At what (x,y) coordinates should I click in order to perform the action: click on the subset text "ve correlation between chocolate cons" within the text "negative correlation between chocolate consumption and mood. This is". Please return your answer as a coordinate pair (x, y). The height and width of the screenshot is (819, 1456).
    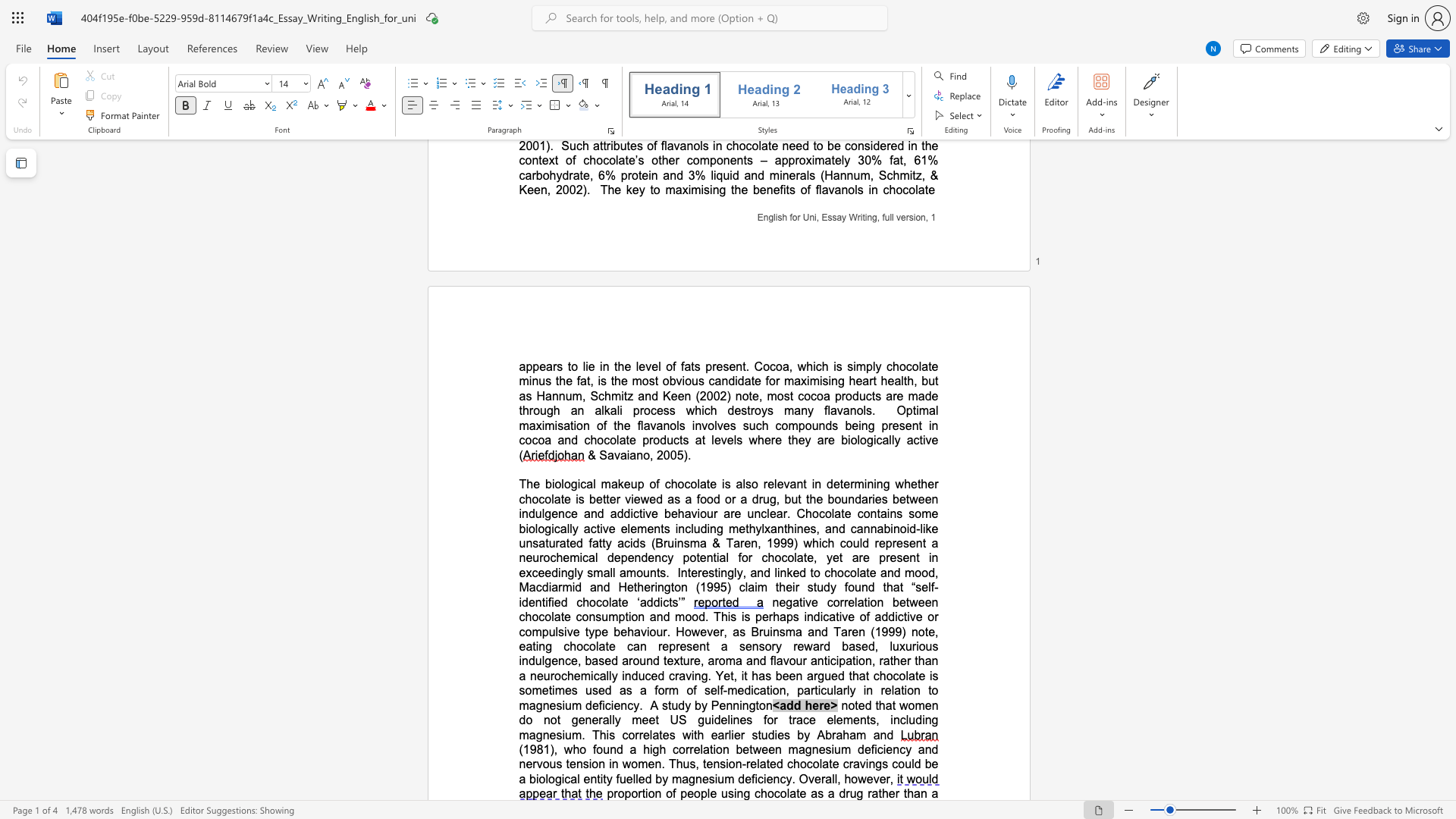
    Looking at the image, I should click on (805, 601).